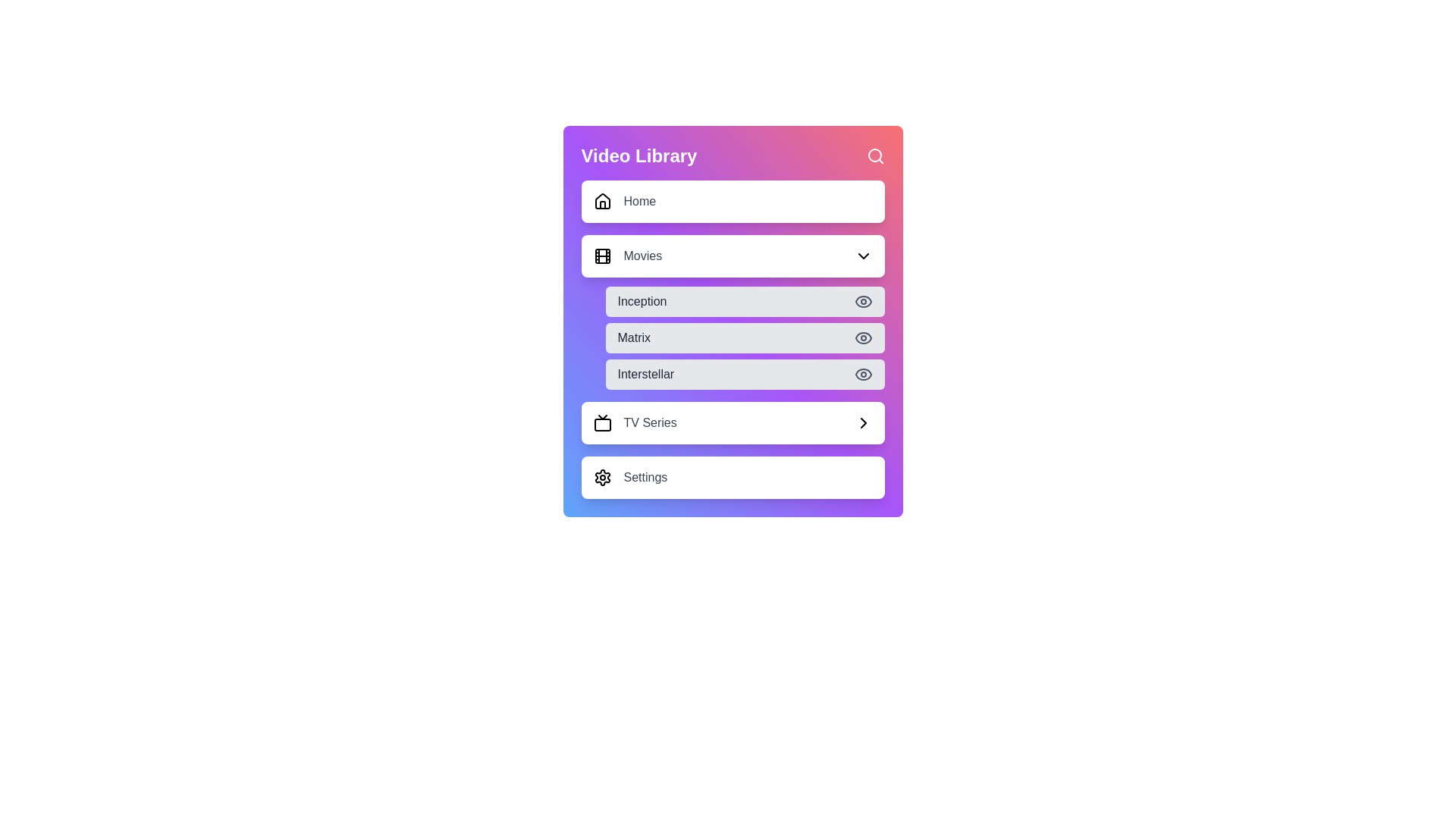  Describe the element at coordinates (624, 201) in the screenshot. I see `the 'Home' navigation item, which features a minimalist home icon and dark gray text` at that location.